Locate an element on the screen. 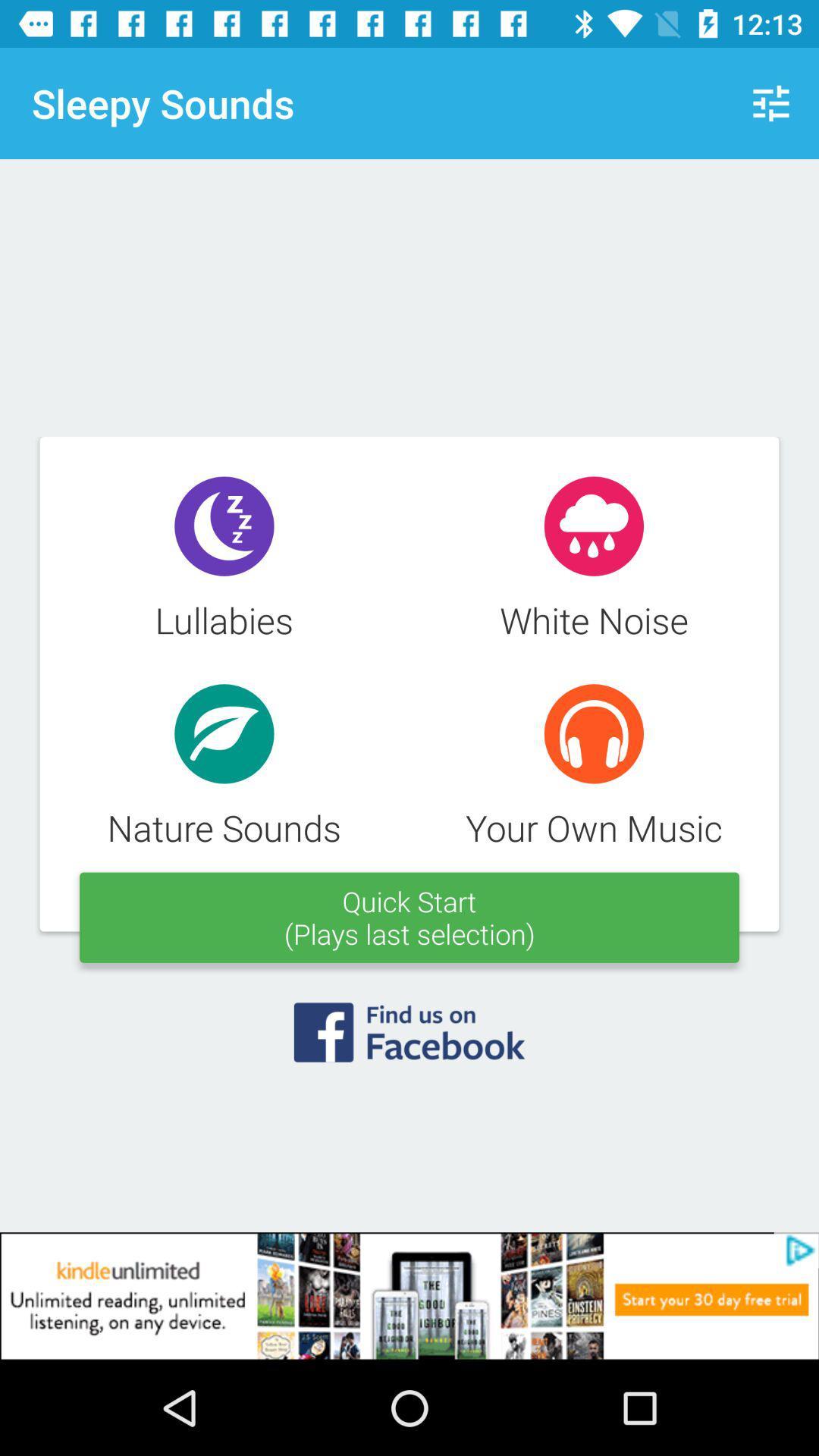 The width and height of the screenshot is (819, 1456). facebook advertisement is located at coordinates (409, 1041).